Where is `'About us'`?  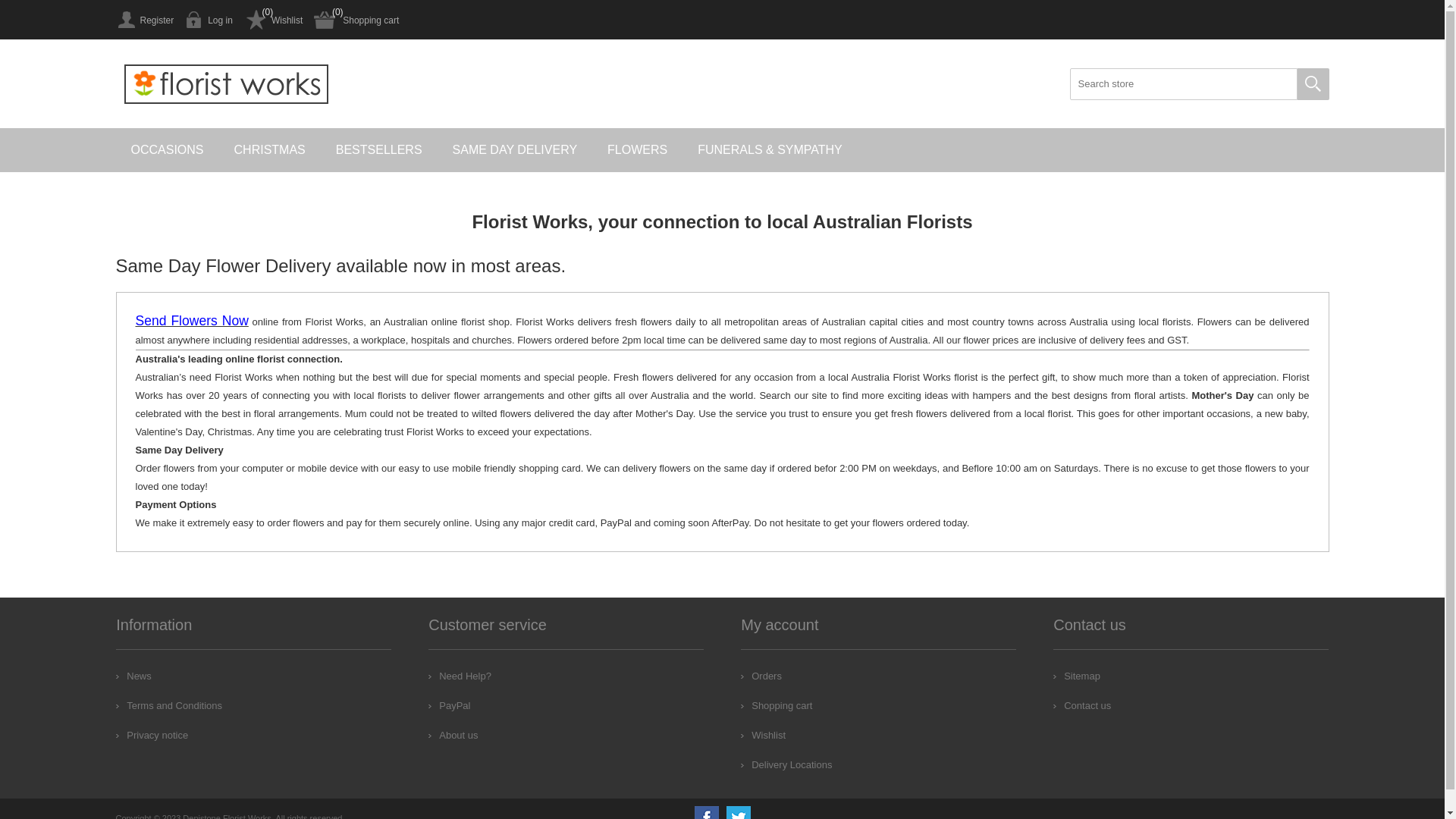
'About us' is located at coordinates (428, 734).